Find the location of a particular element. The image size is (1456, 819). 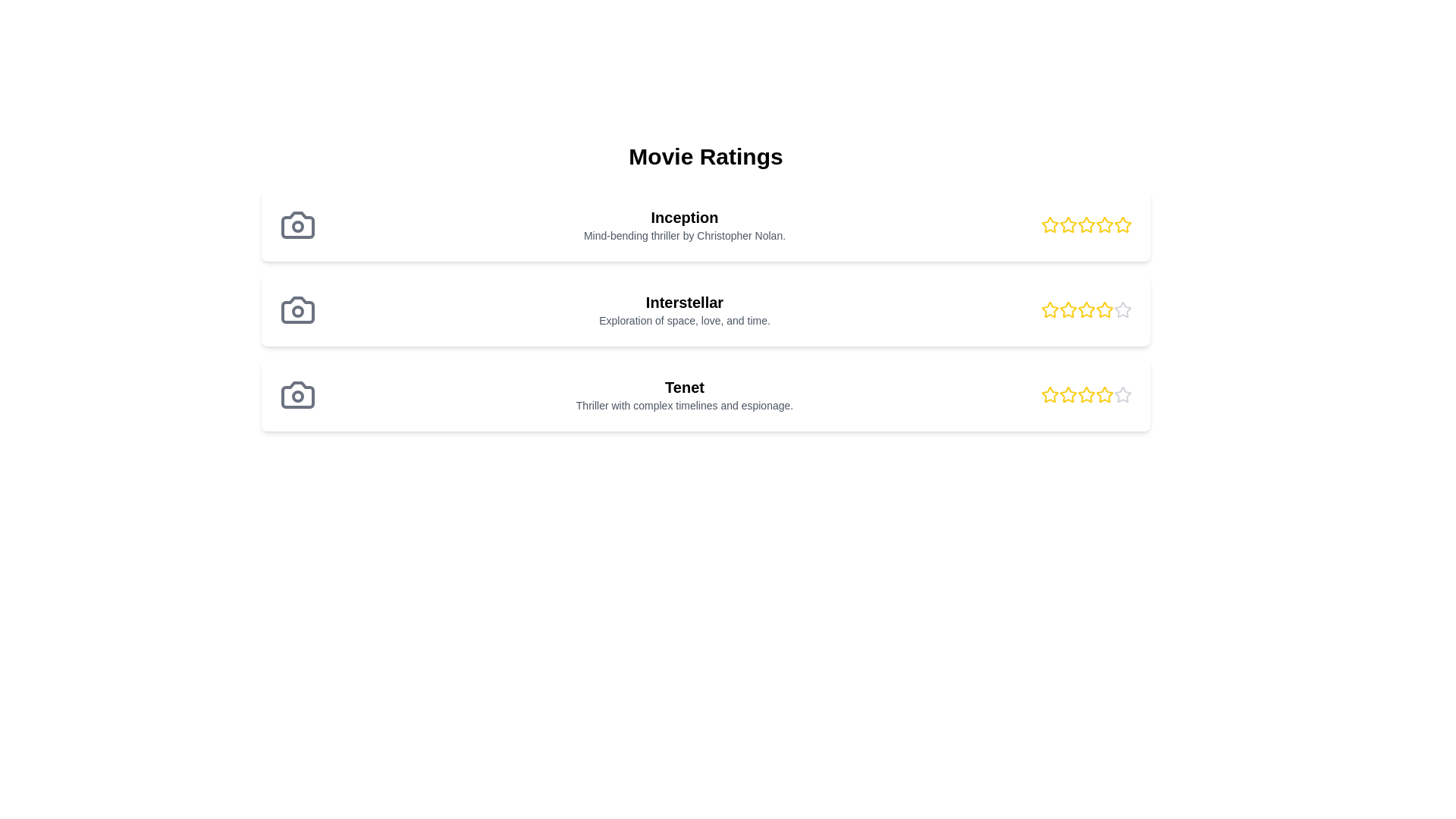

the second star in the interactive star rating icon for the movie 'Interstellar' to assign a rating is located at coordinates (1048, 309).